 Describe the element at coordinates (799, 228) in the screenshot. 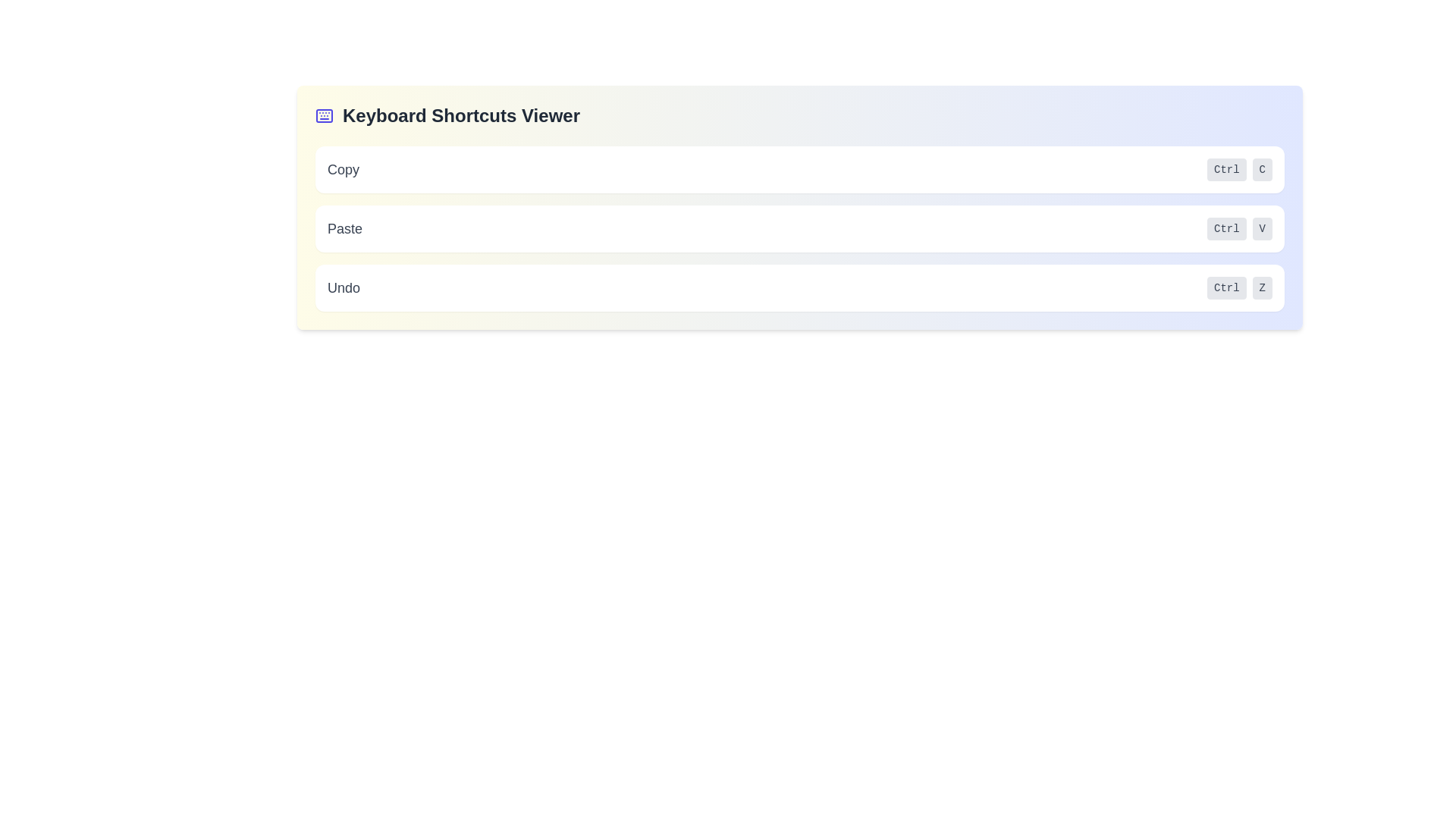

I see `the informational block labeled 'Paste' that contains shortcut buttons 'Ctrl' and 'V', positioned between 'Copy' and 'Undo'` at that location.